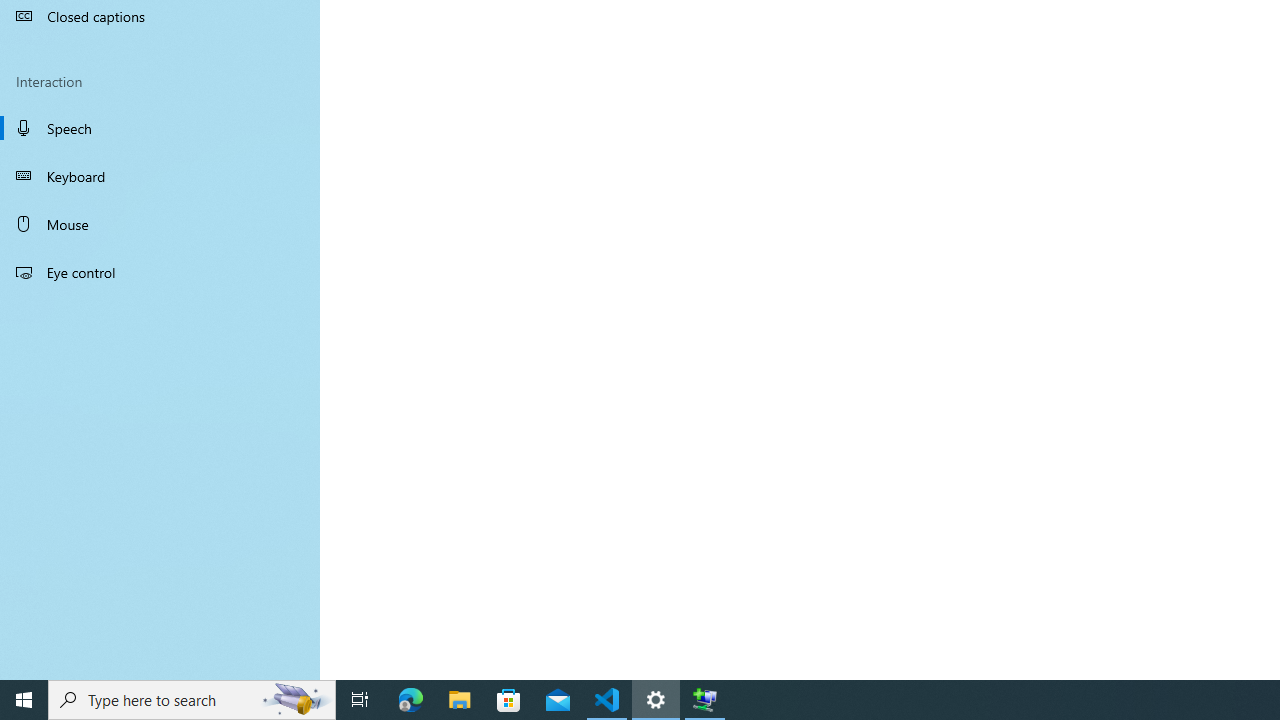 Image resolution: width=1280 pixels, height=720 pixels. Describe the element at coordinates (705, 698) in the screenshot. I see `'Extensible Wizards Host Process - 1 running window'` at that location.